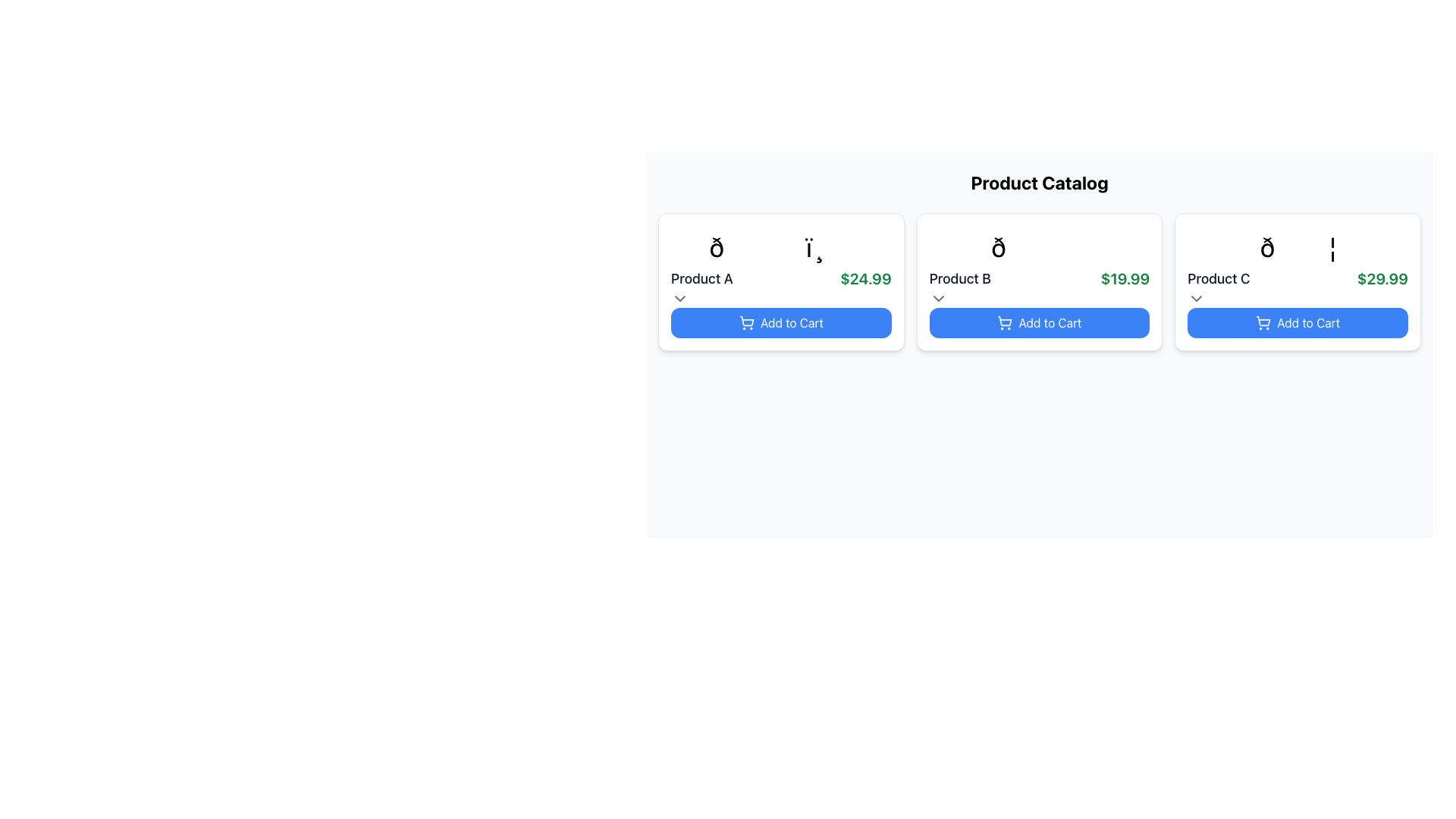 The image size is (1456, 819). Describe the element at coordinates (701, 278) in the screenshot. I see `the text label 'Product A' located in the first product tile on the left in the product catalog grid` at that location.